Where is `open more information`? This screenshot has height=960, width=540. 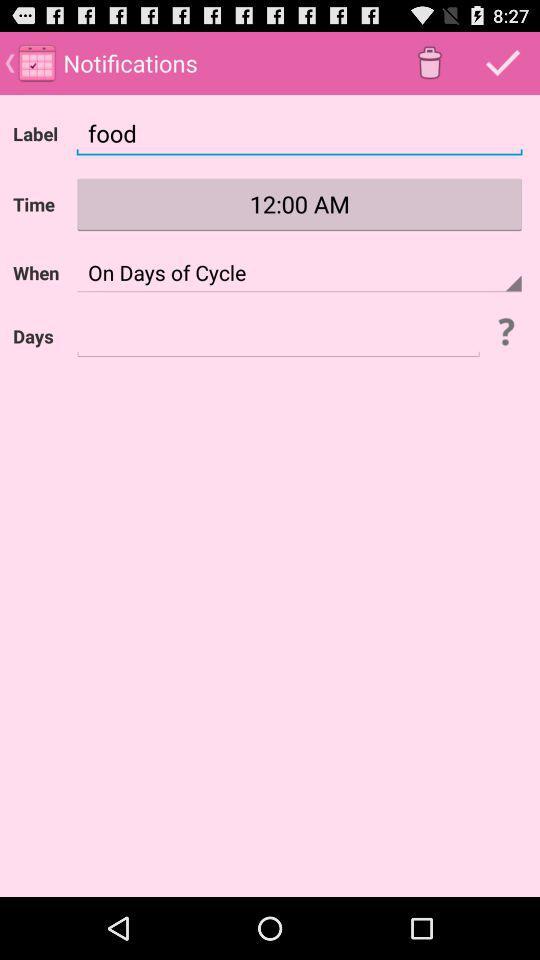
open more information is located at coordinates (504, 331).